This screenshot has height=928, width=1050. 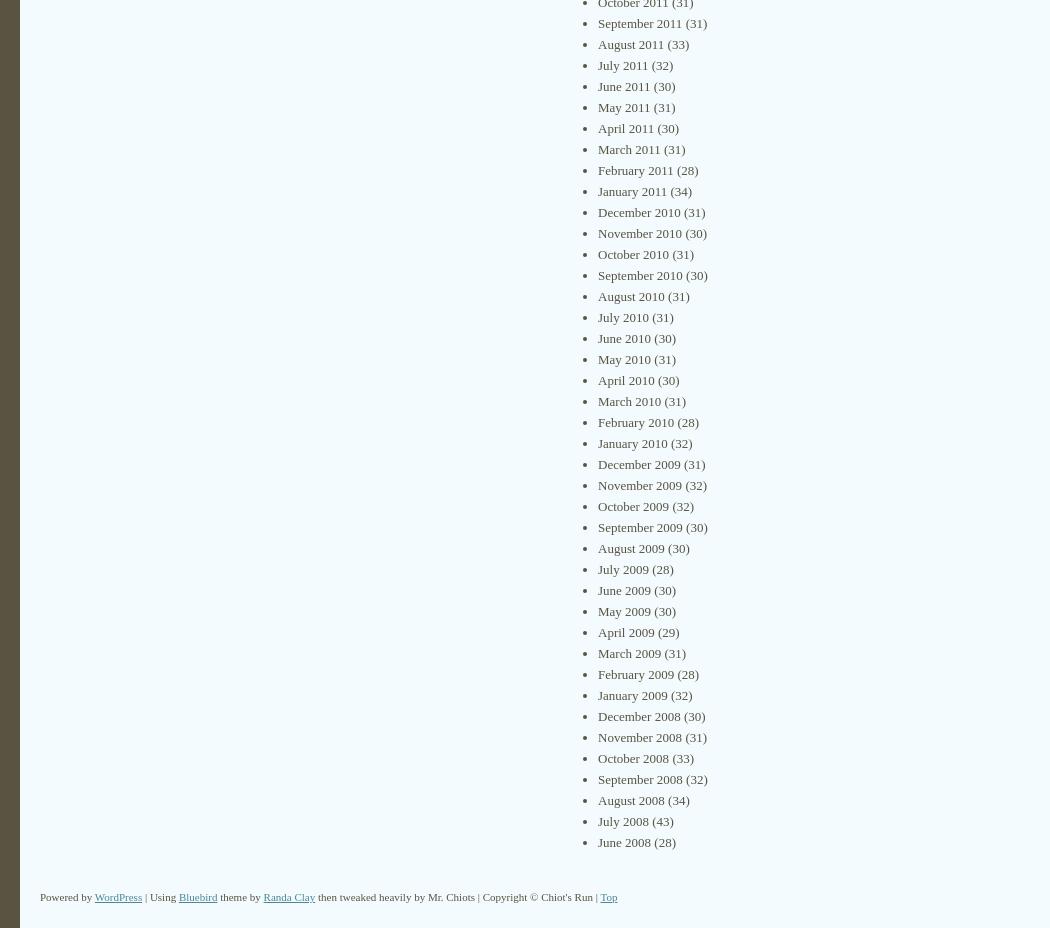 I want to click on 'August 2009', so click(x=631, y=547).